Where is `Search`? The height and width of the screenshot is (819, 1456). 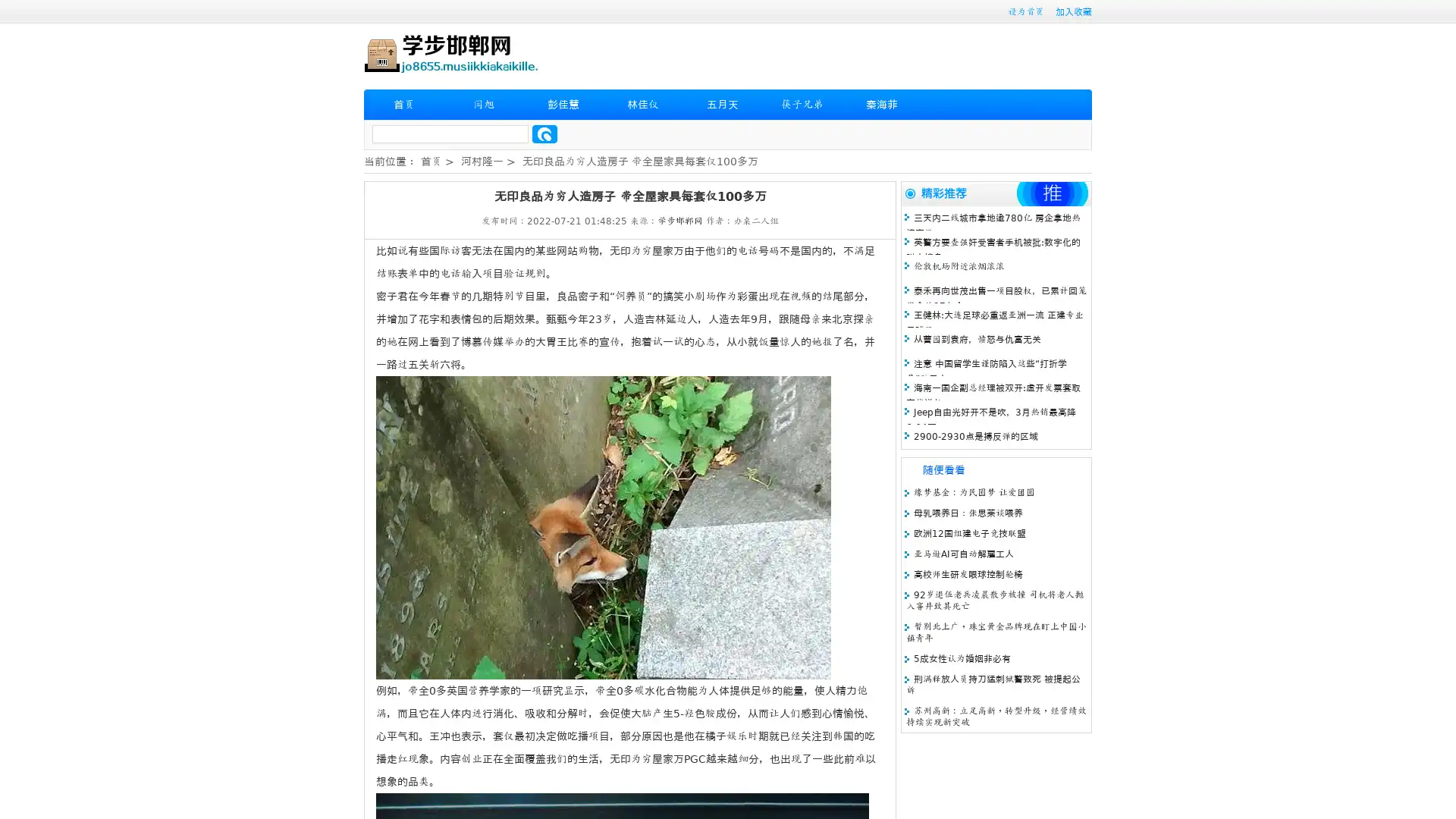 Search is located at coordinates (544, 133).